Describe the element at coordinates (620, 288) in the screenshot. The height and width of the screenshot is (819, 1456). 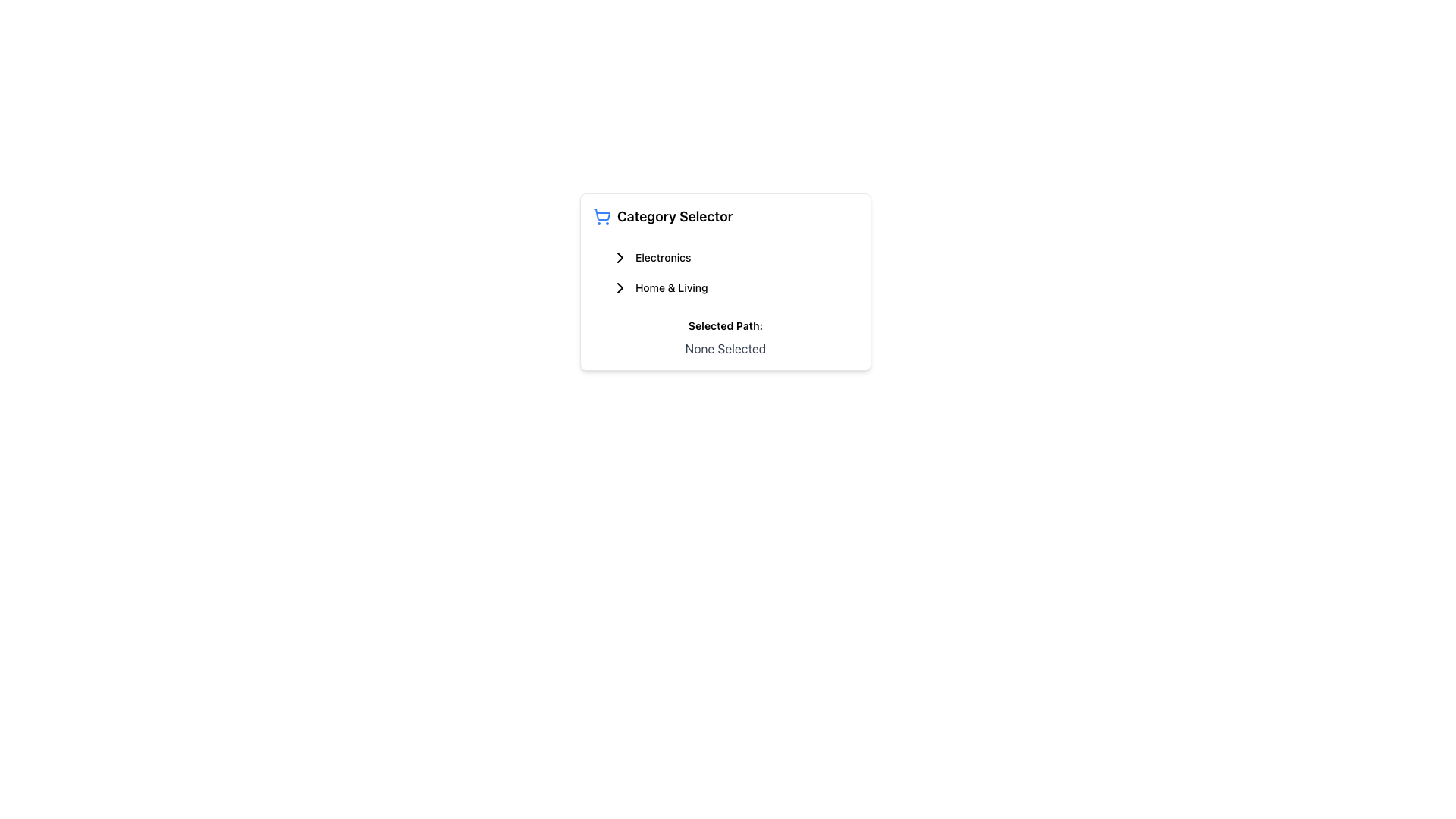
I see `the chevron icon indicating the expandable details for the 'Home & Living' category` at that location.